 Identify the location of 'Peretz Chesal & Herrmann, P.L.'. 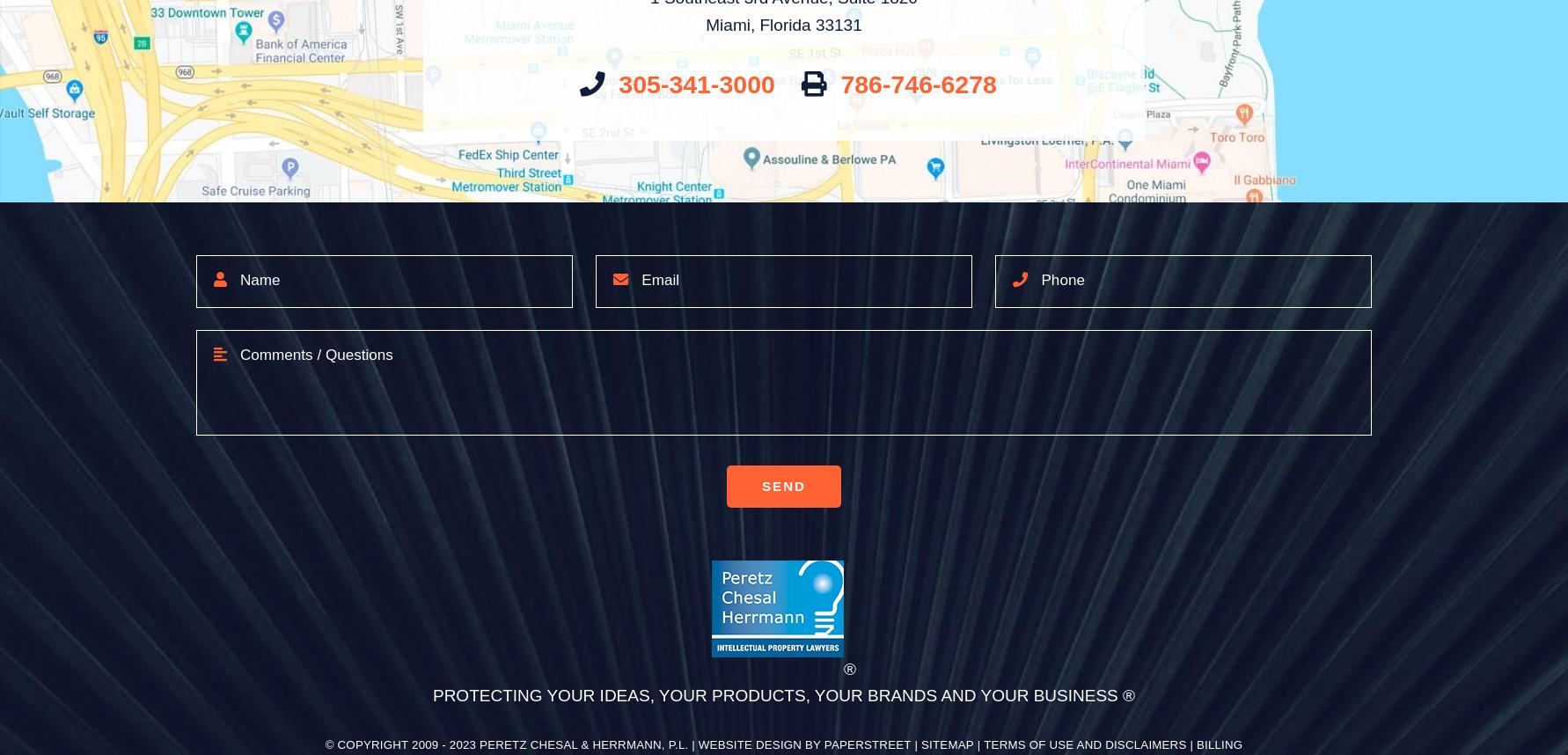
(479, 744).